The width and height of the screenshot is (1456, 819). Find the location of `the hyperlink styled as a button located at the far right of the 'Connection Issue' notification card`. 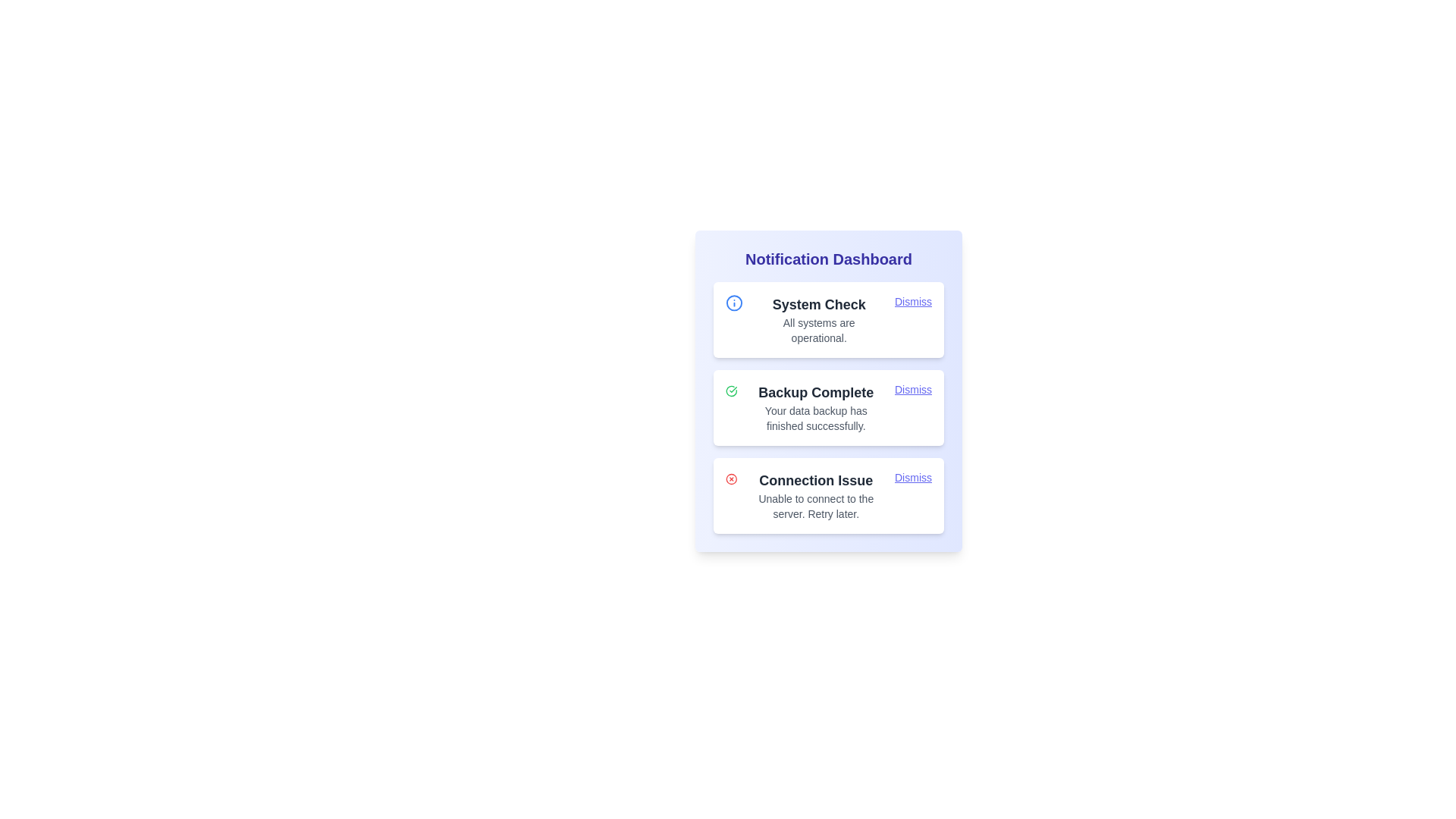

the hyperlink styled as a button located at the far right of the 'Connection Issue' notification card is located at coordinates (912, 476).